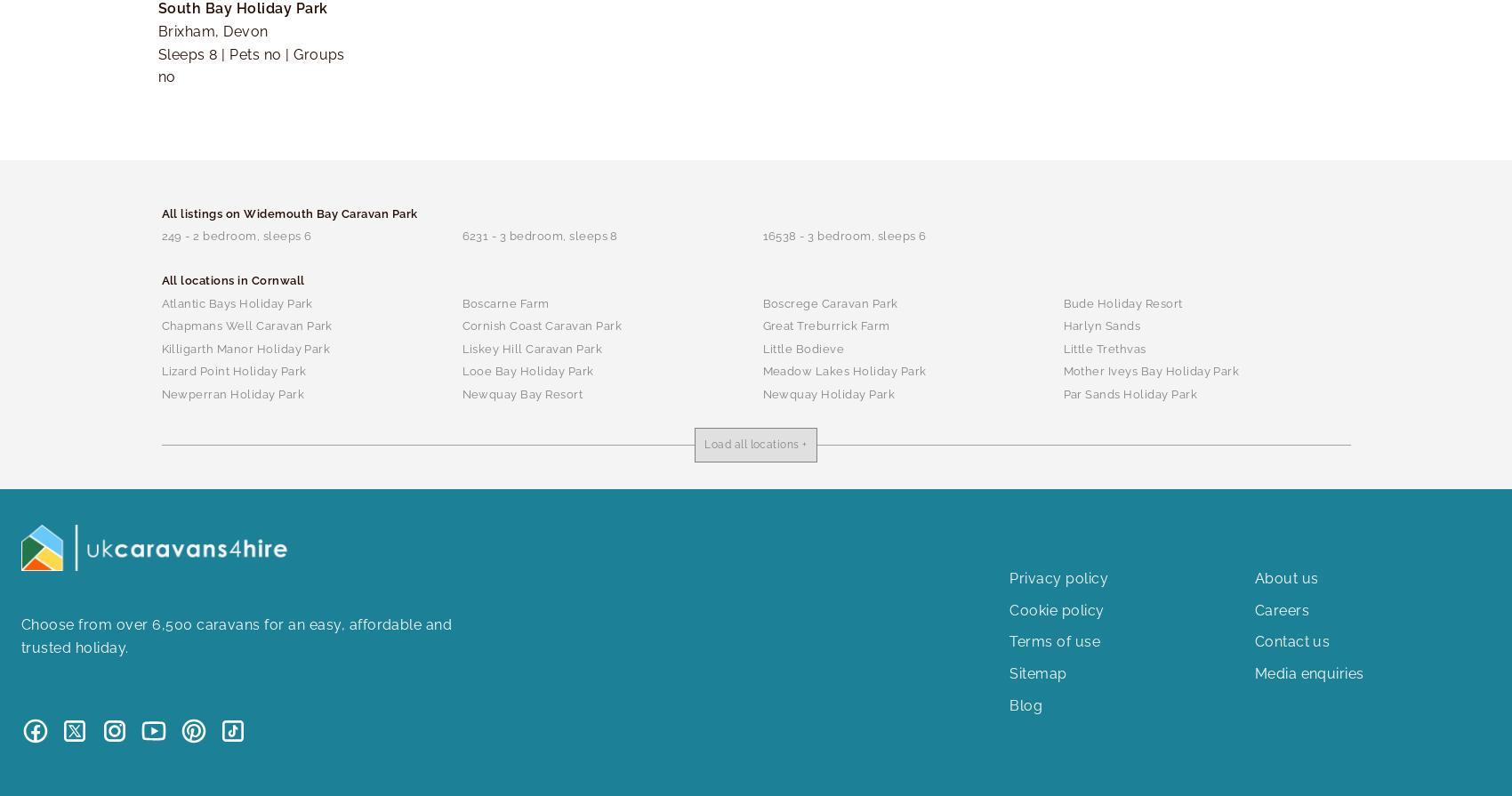  I want to click on 'Cookie policy', so click(1009, 608).